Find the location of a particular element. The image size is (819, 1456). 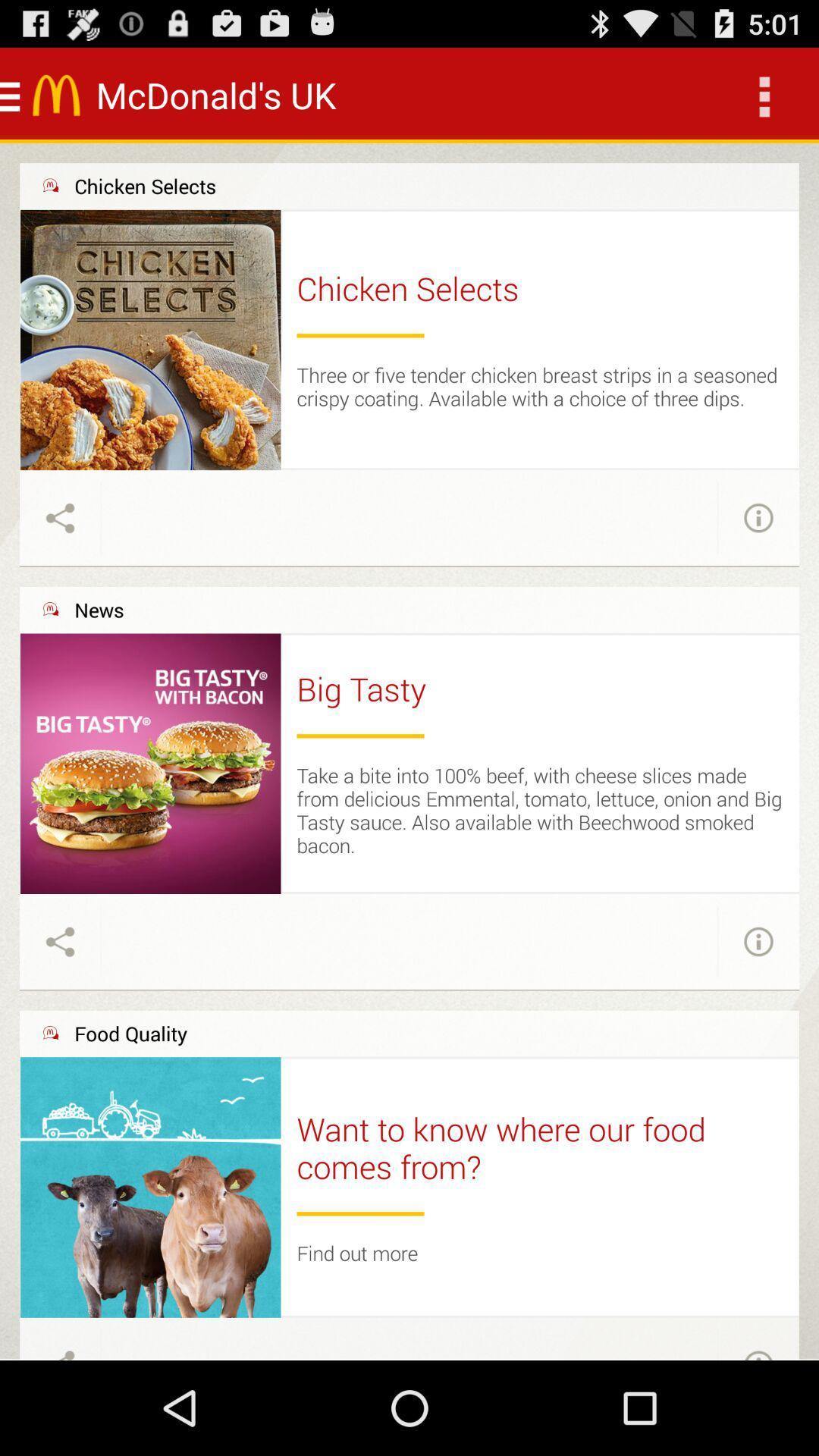

the find out more icon is located at coordinates (357, 1253).